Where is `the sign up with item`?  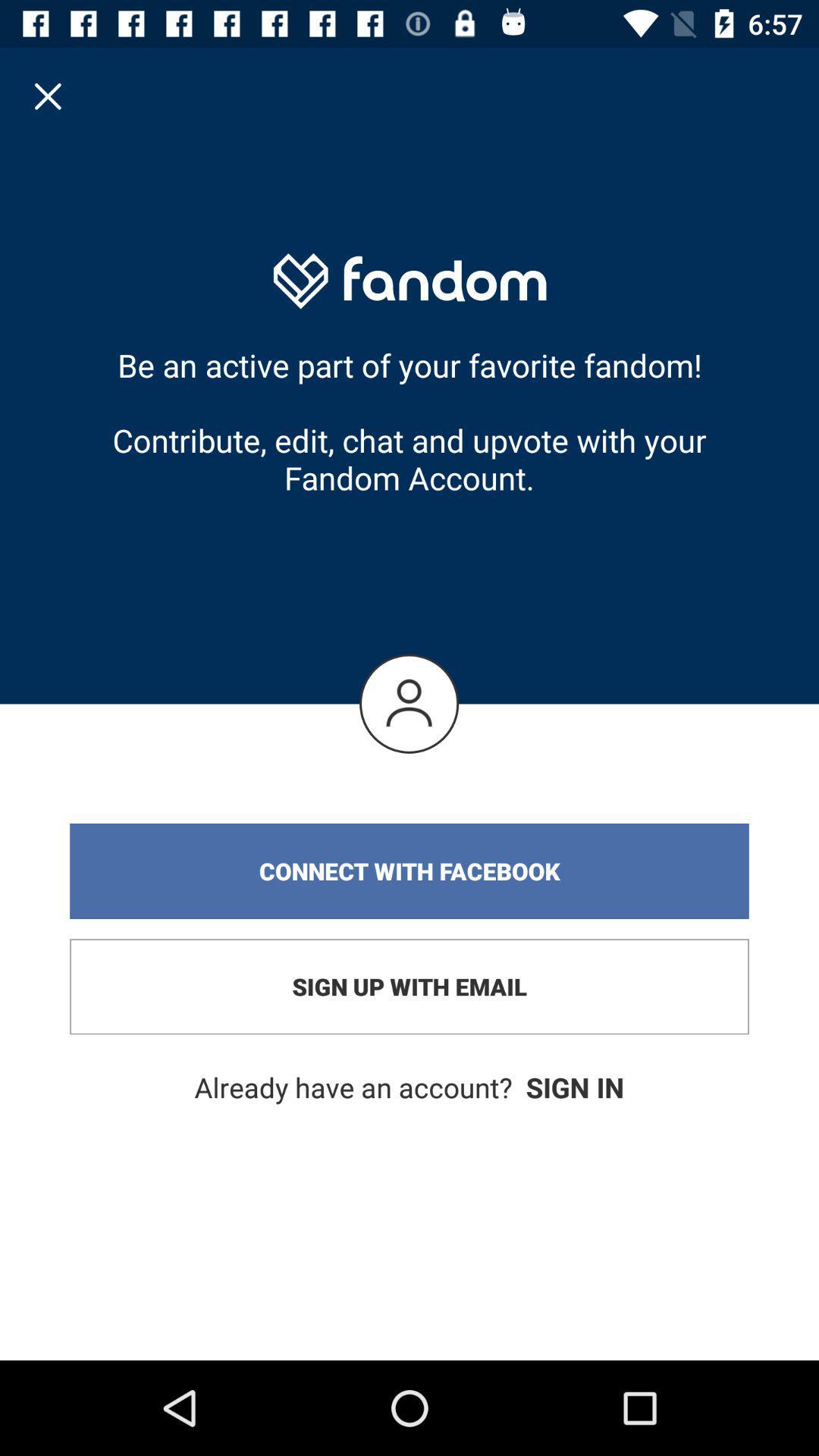 the sign up with item is located at coordinates (409, 987).